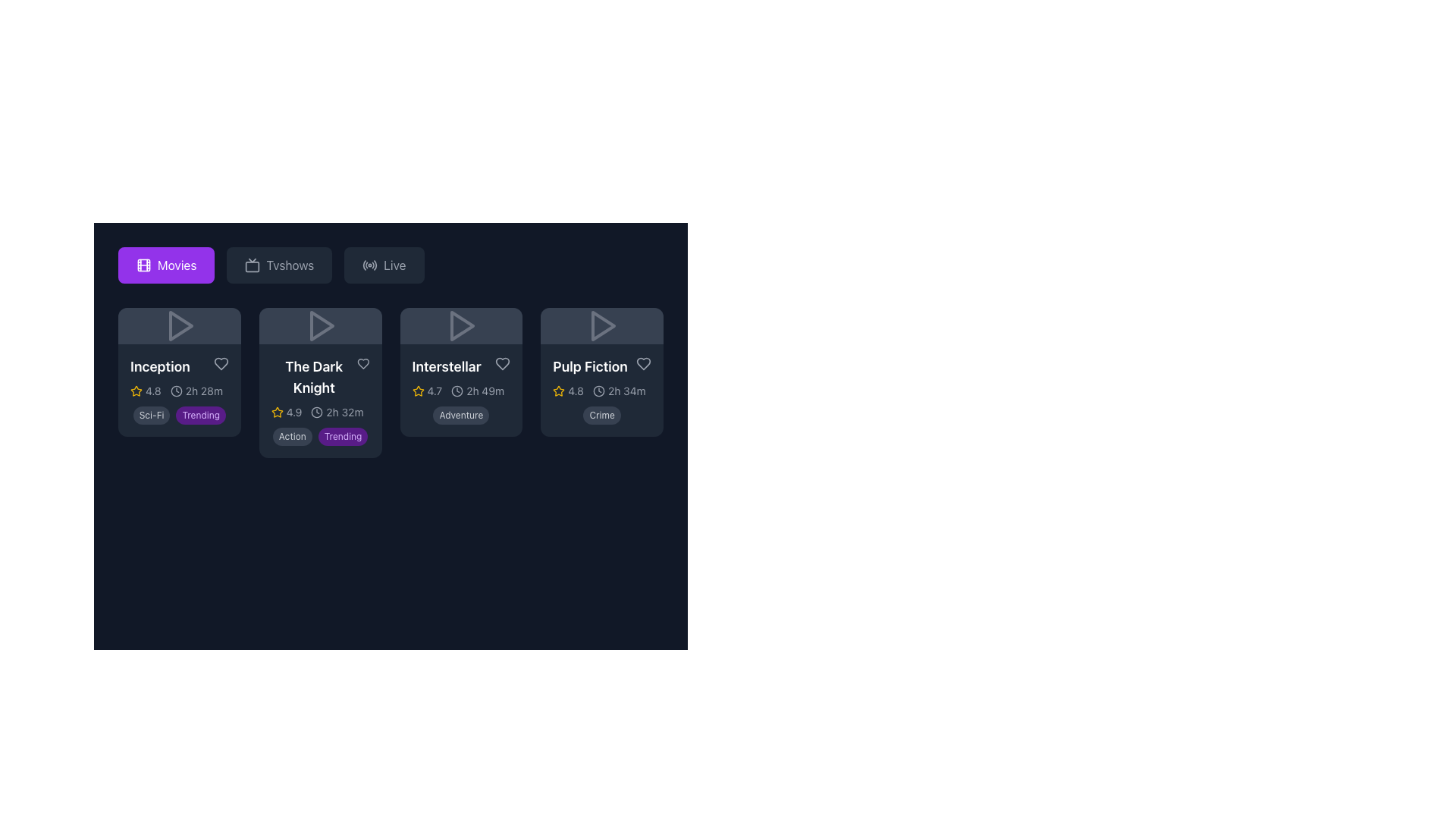 The image size is (1456, 819). What do you see at coordinates (601, 391) in the screenshot?
I see `the informational component displaying the rating '4.8' and time '2h 34m' for the movie 'Pulp Fiction', which includes a yellow star and a clock icon` at bounding box center [601, 391].